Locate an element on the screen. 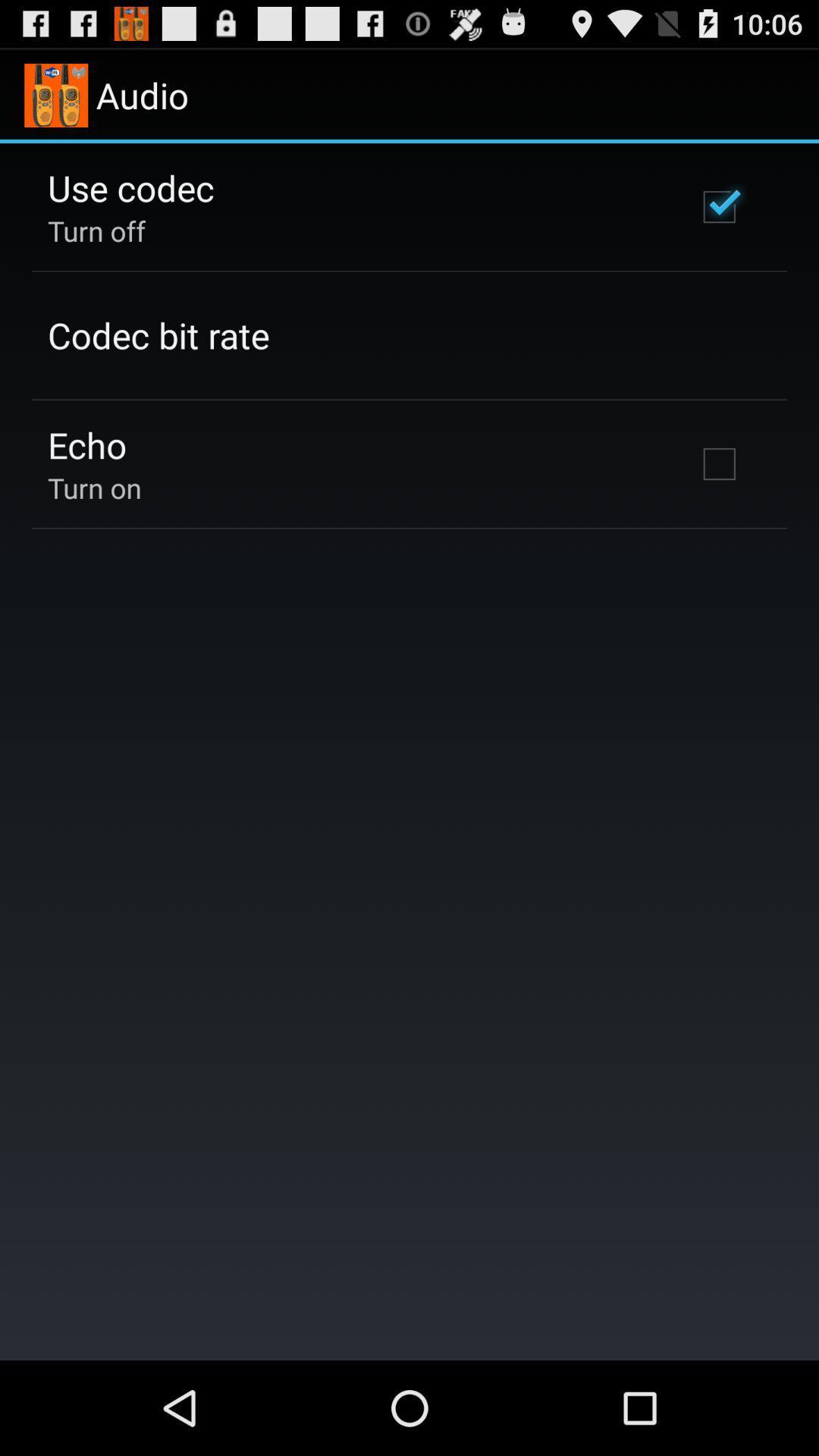 The image size is (819, 1456). the item above echo is located at coordinates (158, 334).